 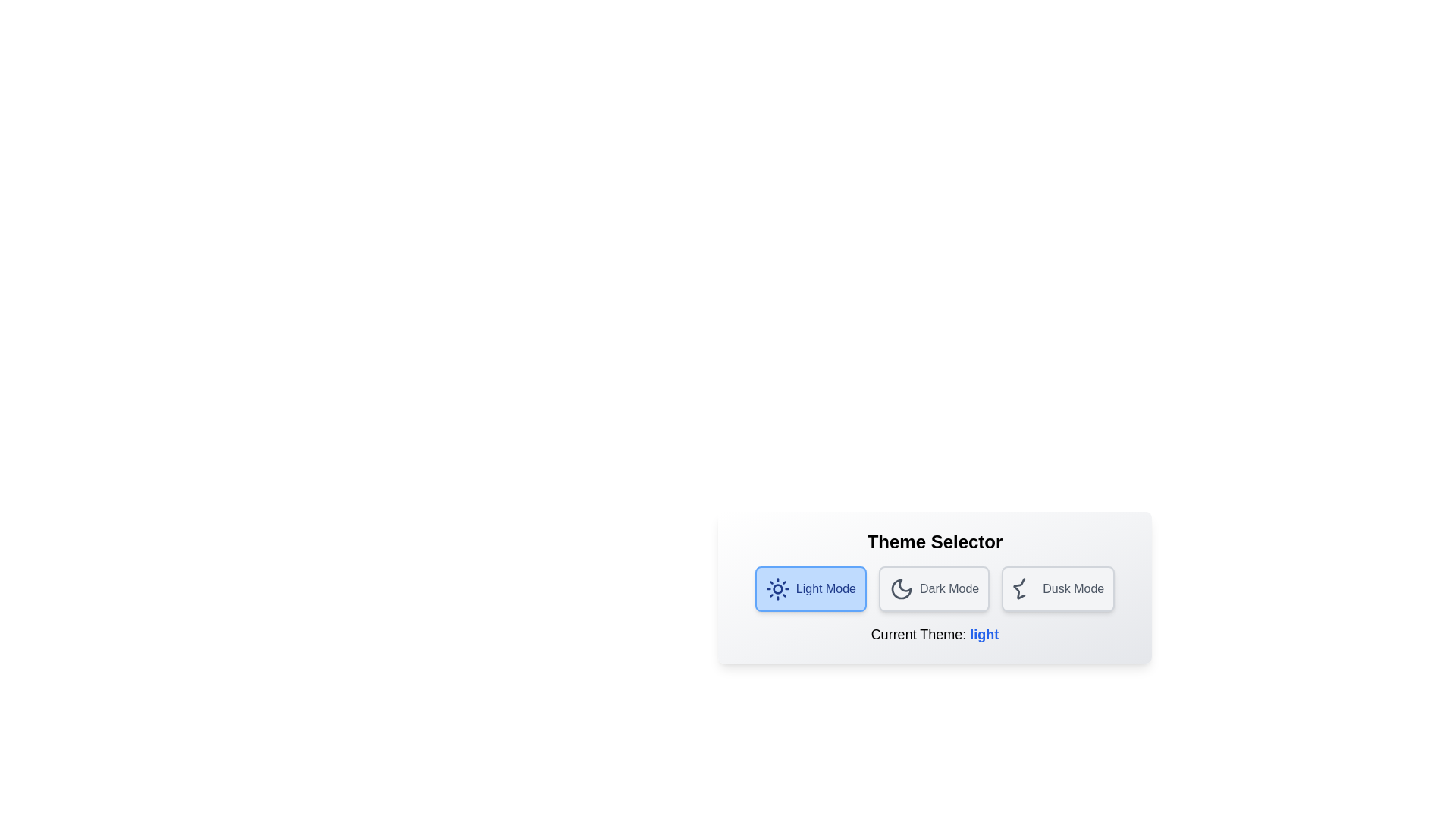 I want to click on the theme button for Dusk Mode, so click(x=1057, y=588).